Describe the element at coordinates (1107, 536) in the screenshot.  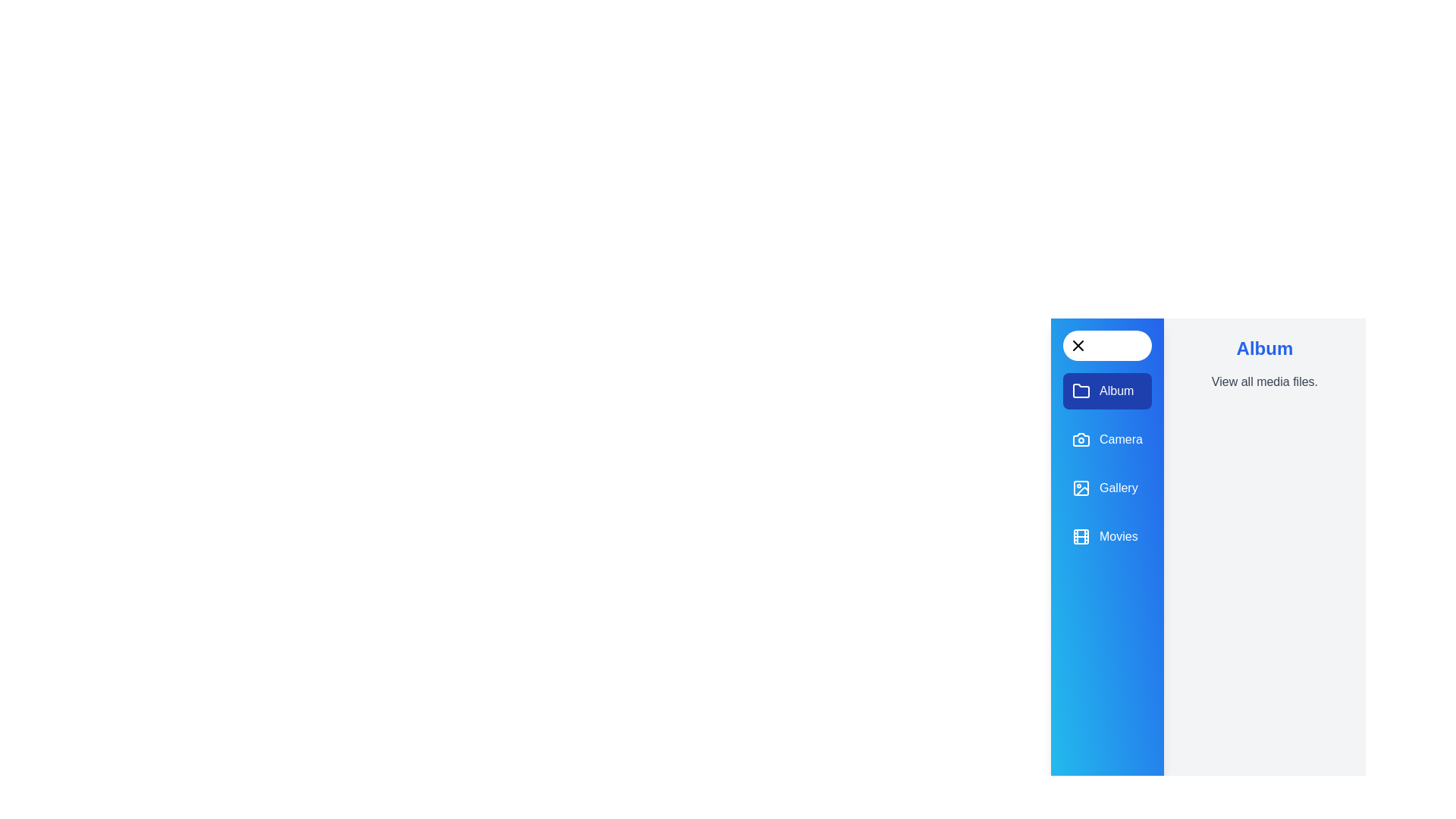
I see `the panel Movies to display its description` at that location.